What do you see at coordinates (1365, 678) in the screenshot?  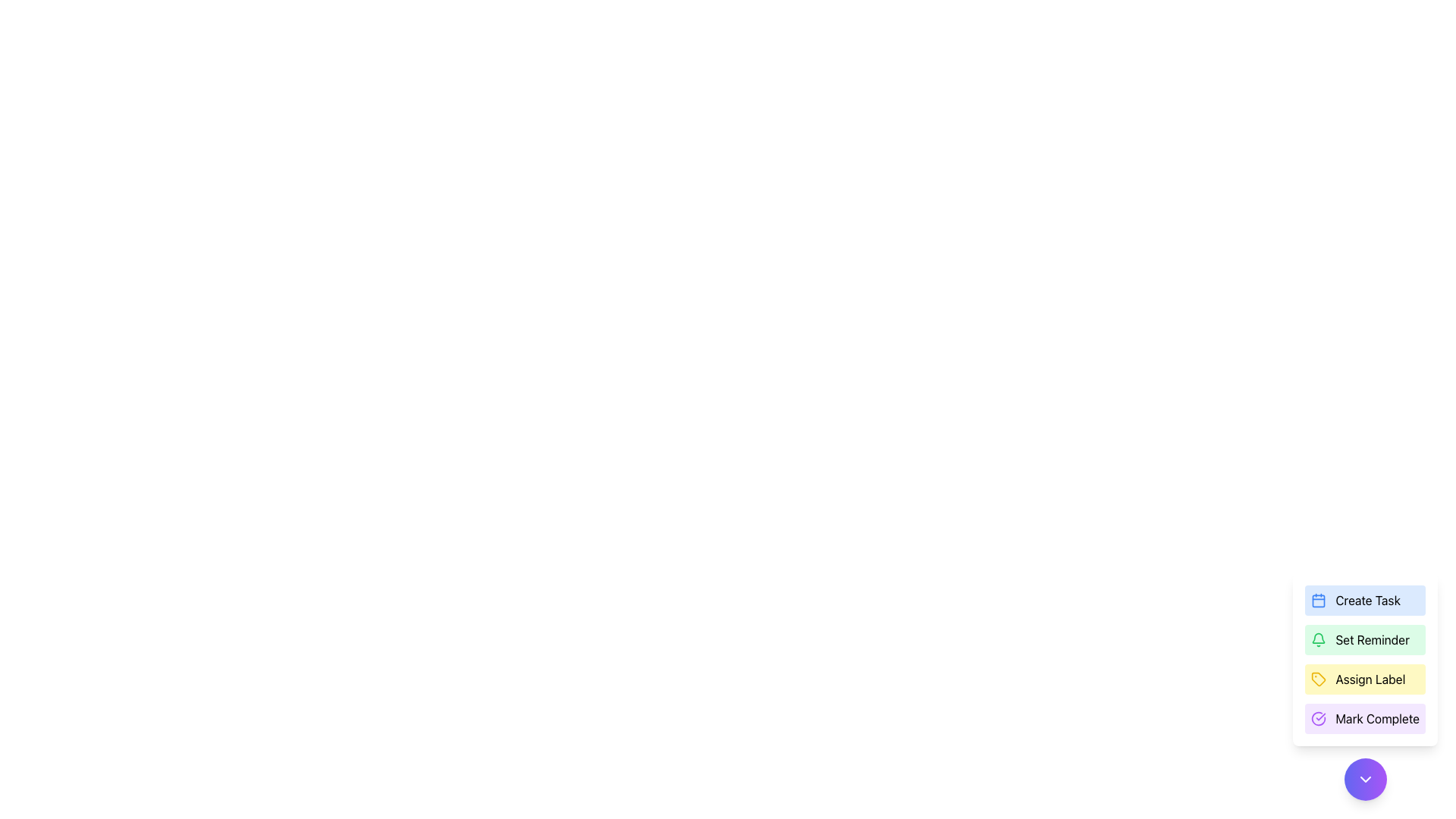 I see `the 'Assign Label' button, which is a rectangular button with rounded corners, filled in a light yellow color, located in a vertical stack of buttons as the third item` at bounding box center [1365, 678].